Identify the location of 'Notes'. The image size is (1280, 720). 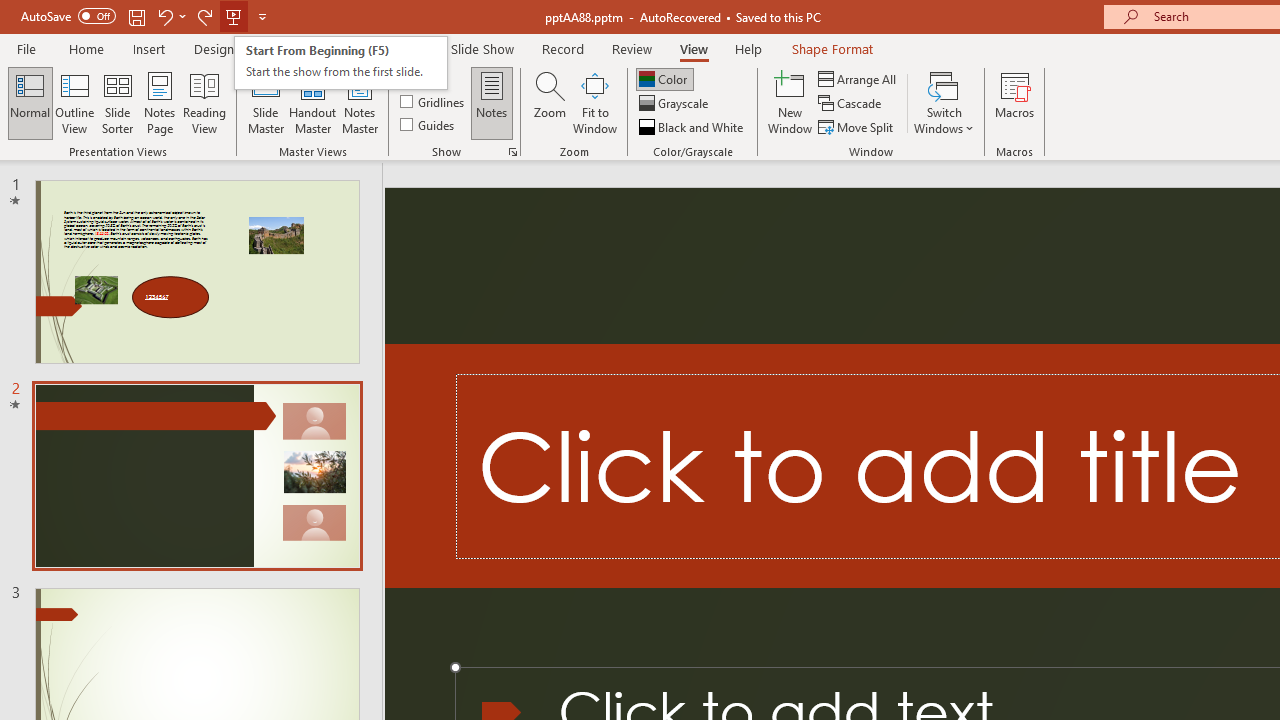
(492, 103).